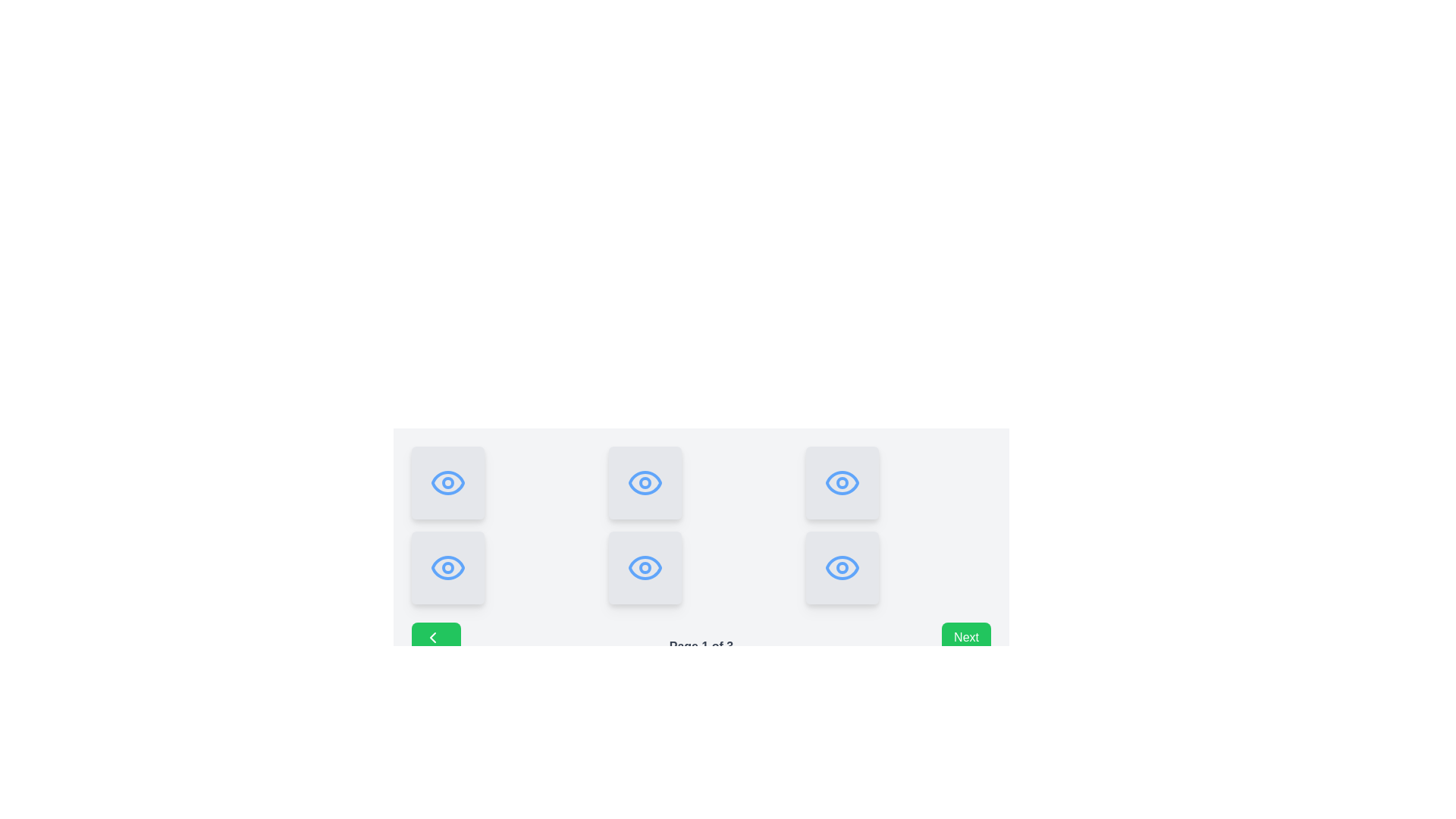 The height and width of the screenshot is (819, 1456). I want to click on the top-left button in the 3x3 grid, which features a gray background and a blue eye icon, so click(447, 482).